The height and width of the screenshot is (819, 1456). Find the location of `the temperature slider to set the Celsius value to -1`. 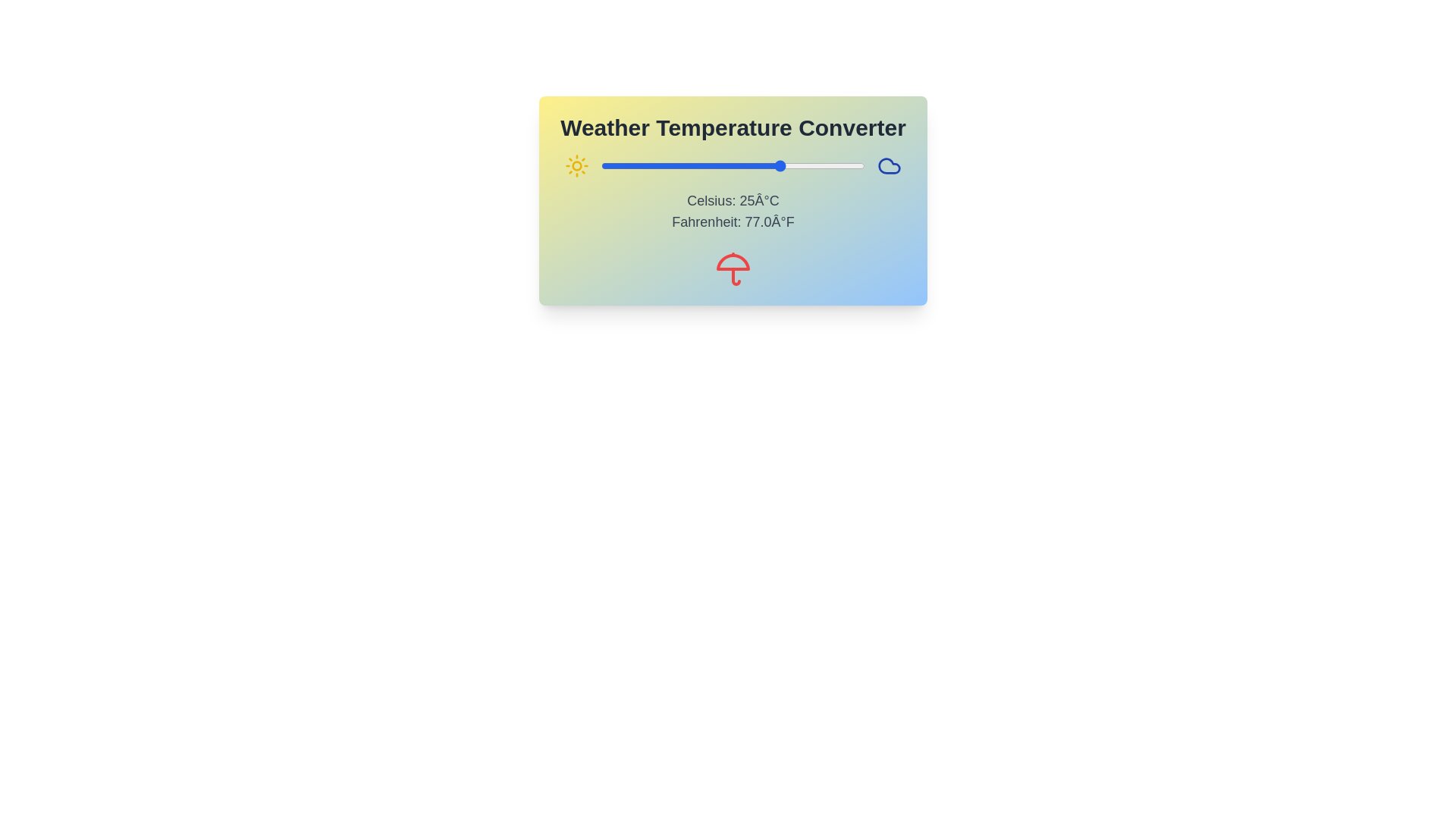

the temperature slider to set the Celsius value to -1 is located at coordinates (696, 166).